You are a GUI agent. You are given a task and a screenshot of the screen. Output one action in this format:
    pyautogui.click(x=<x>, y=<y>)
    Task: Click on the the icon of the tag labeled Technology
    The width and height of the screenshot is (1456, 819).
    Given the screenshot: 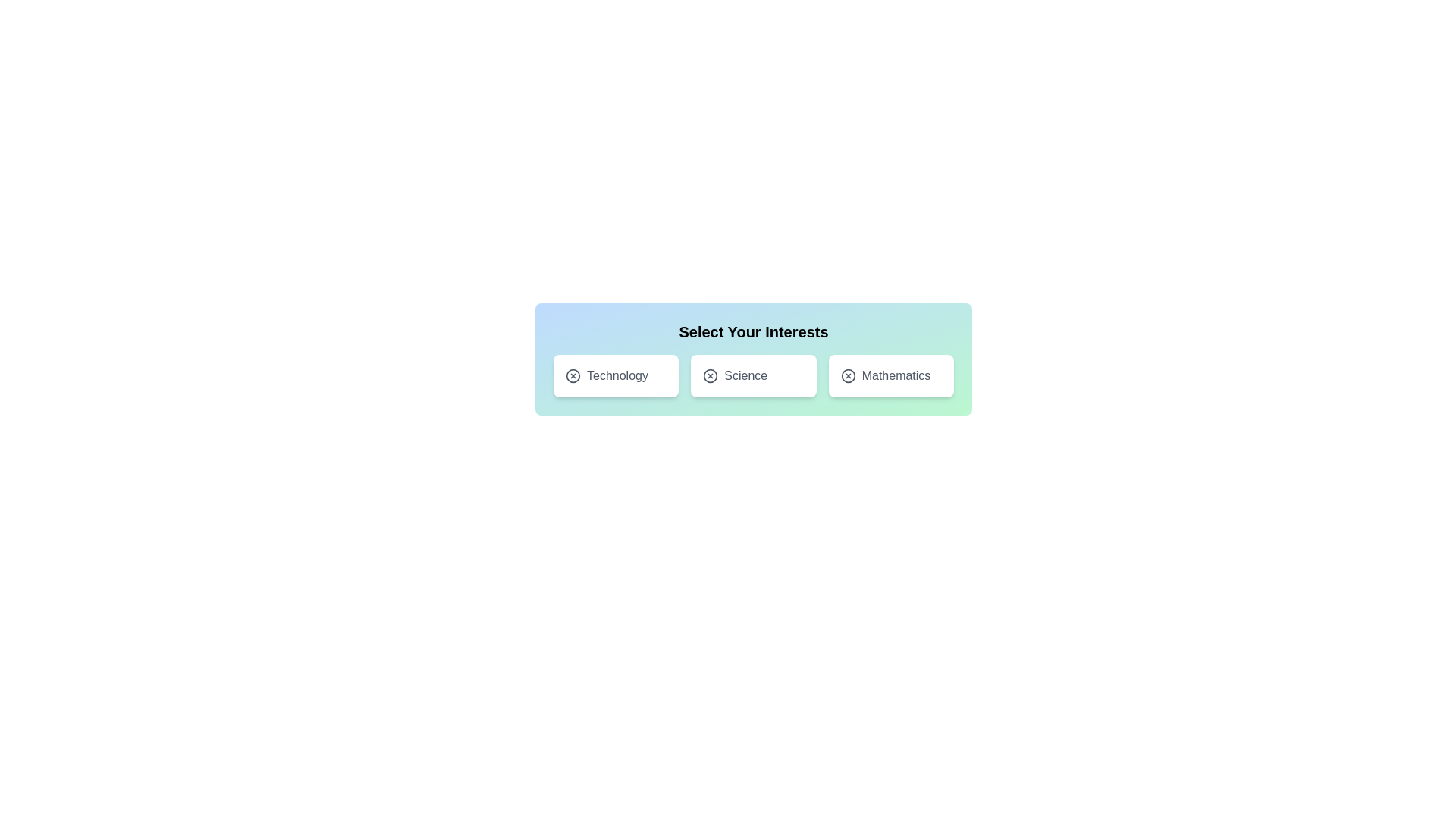 What is the action you would take?
    pyautogui.click(x=572, y=375)
    